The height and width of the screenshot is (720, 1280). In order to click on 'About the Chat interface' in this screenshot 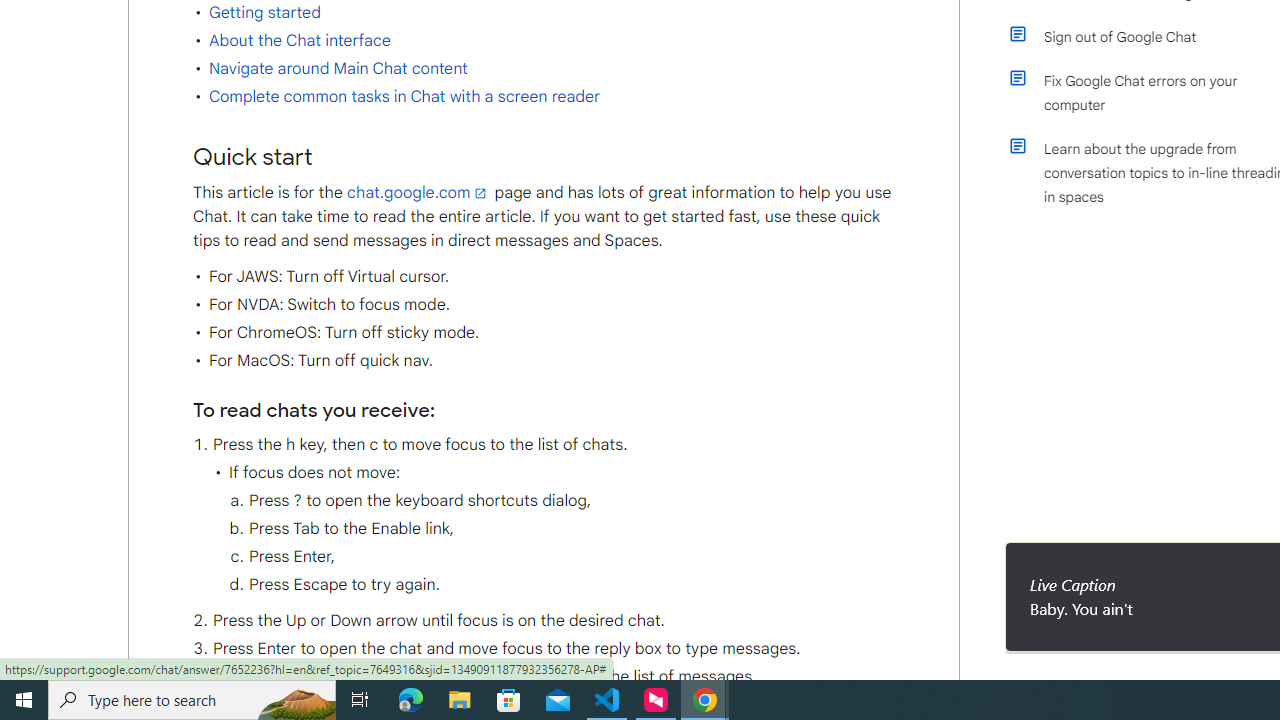, I will do `click(298, 41)`.